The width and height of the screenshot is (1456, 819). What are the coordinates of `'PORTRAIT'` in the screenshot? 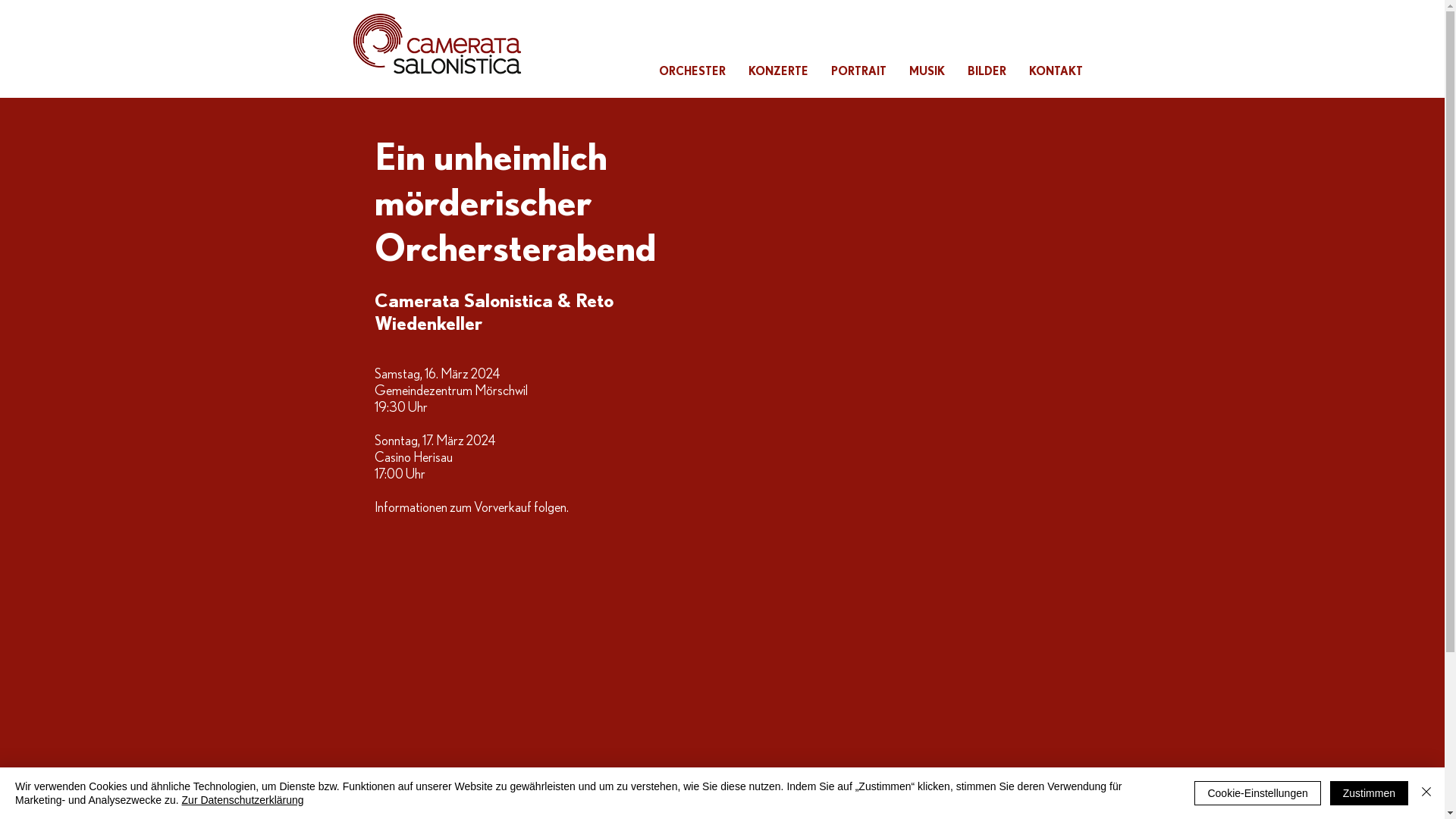 It's located at (818, 71).